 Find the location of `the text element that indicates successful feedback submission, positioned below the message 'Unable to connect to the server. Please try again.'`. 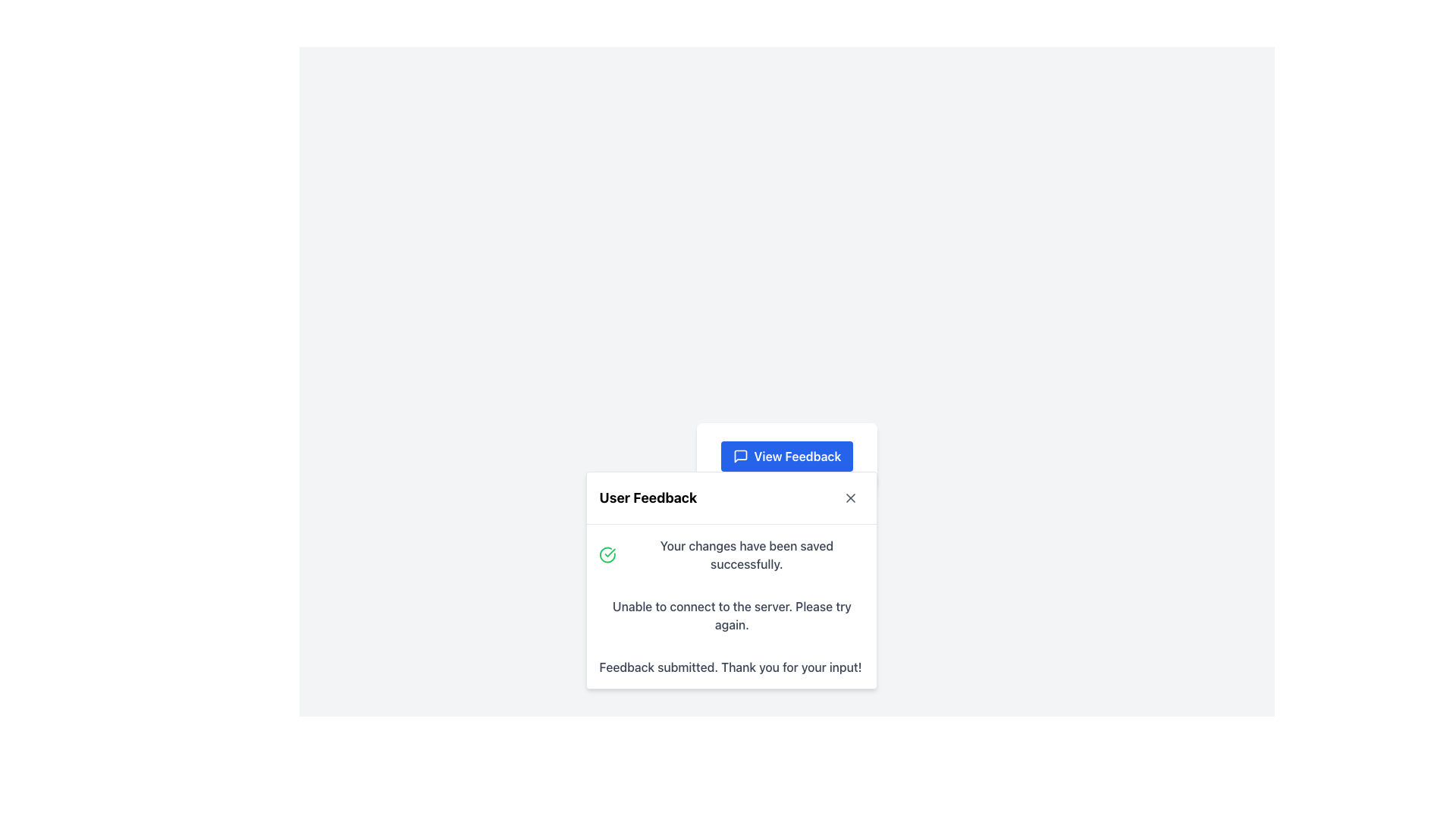

the text element that indicates successful feedback submission, positioned below the message 'Unable to connect to the server. Please try again.' is located at coordinates (732, 666).